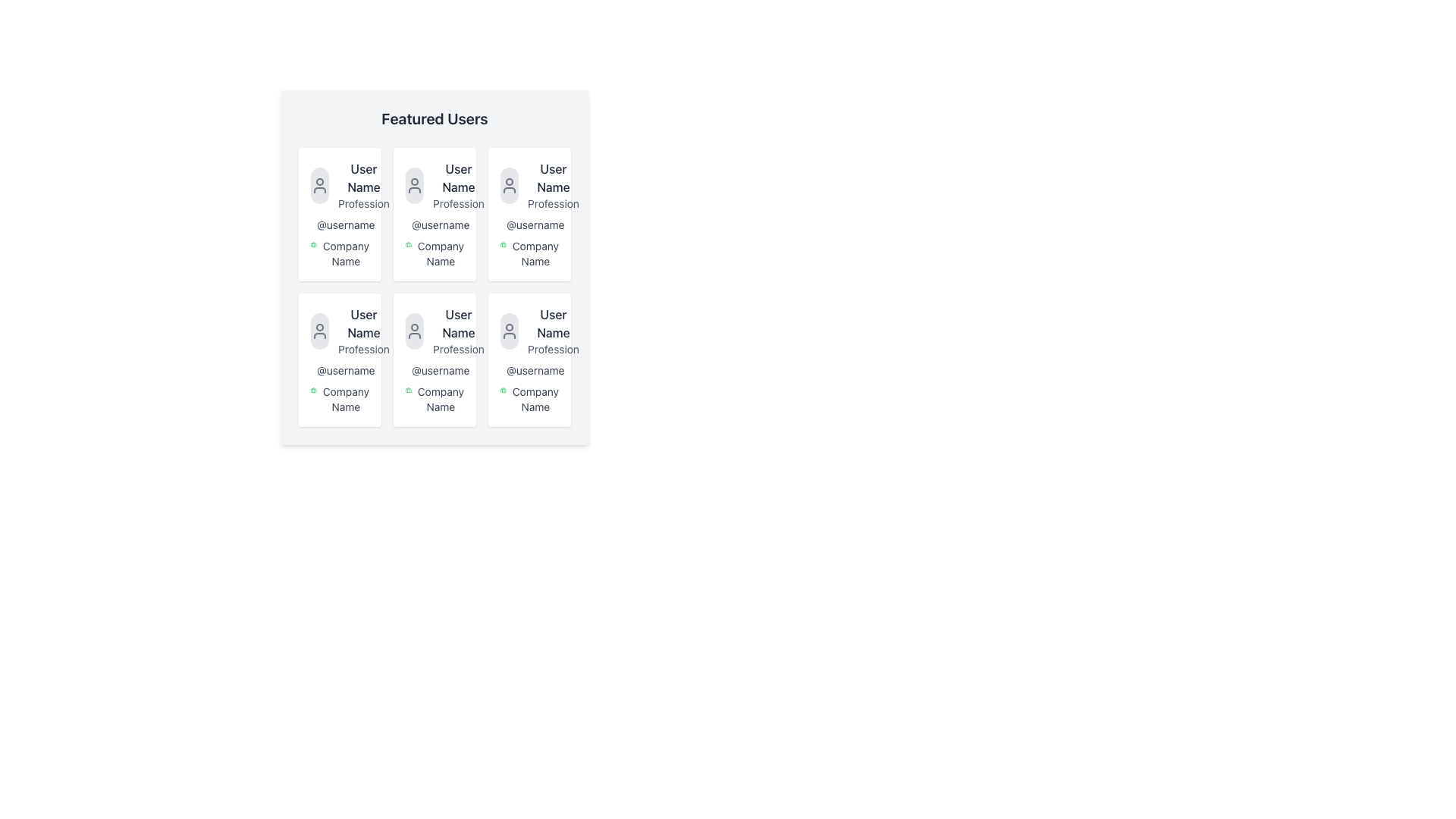  What do you see at coordinates (552, 177) in the screenshot?
I see `the user name text label located in the third card of the top row in the grid layout, which serves as an identifier for the associated user` at bounding box center [552, 177].